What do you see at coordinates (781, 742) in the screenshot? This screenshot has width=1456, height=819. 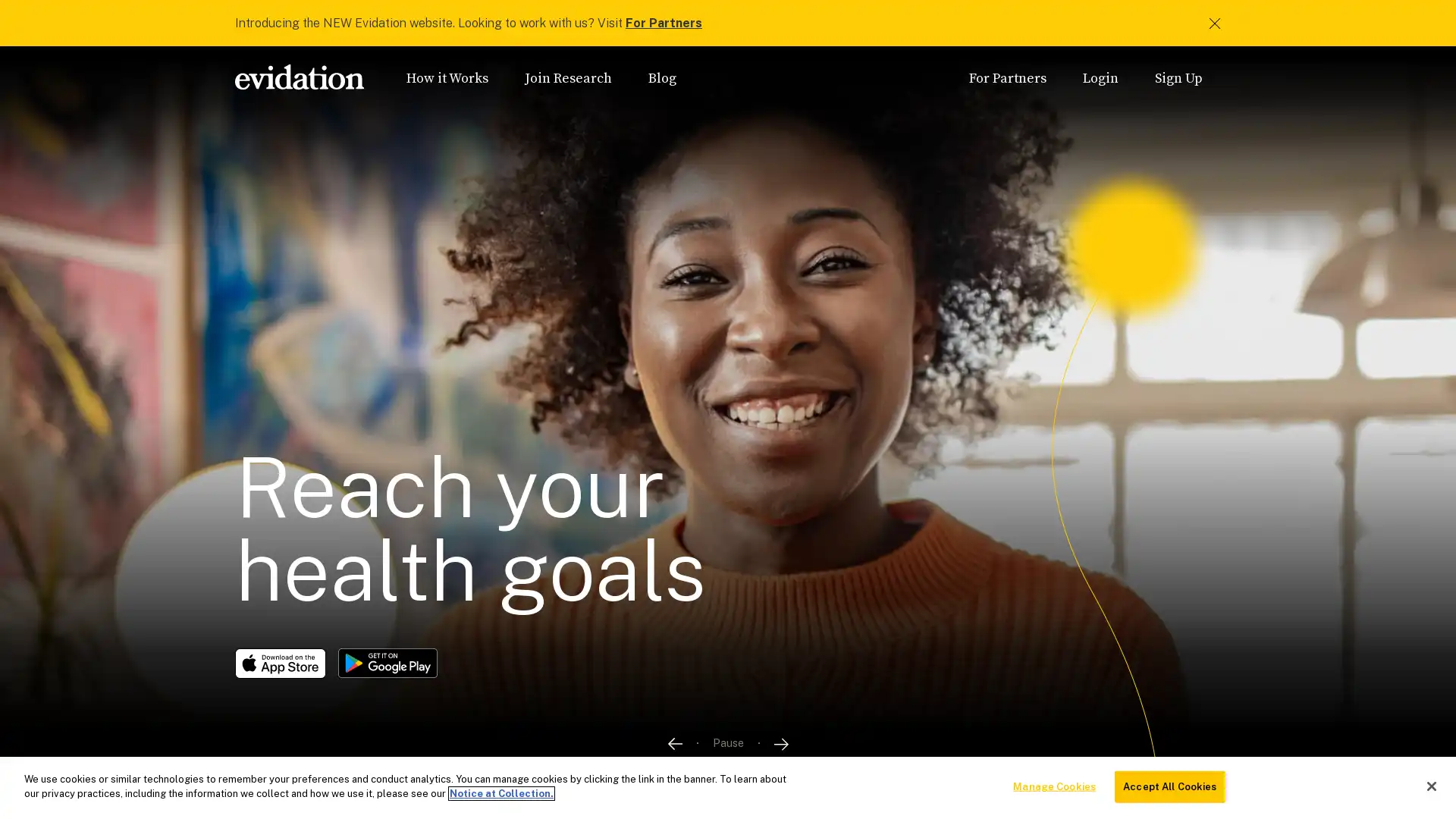 I see `Next slide` at bounding box center [781, 742].